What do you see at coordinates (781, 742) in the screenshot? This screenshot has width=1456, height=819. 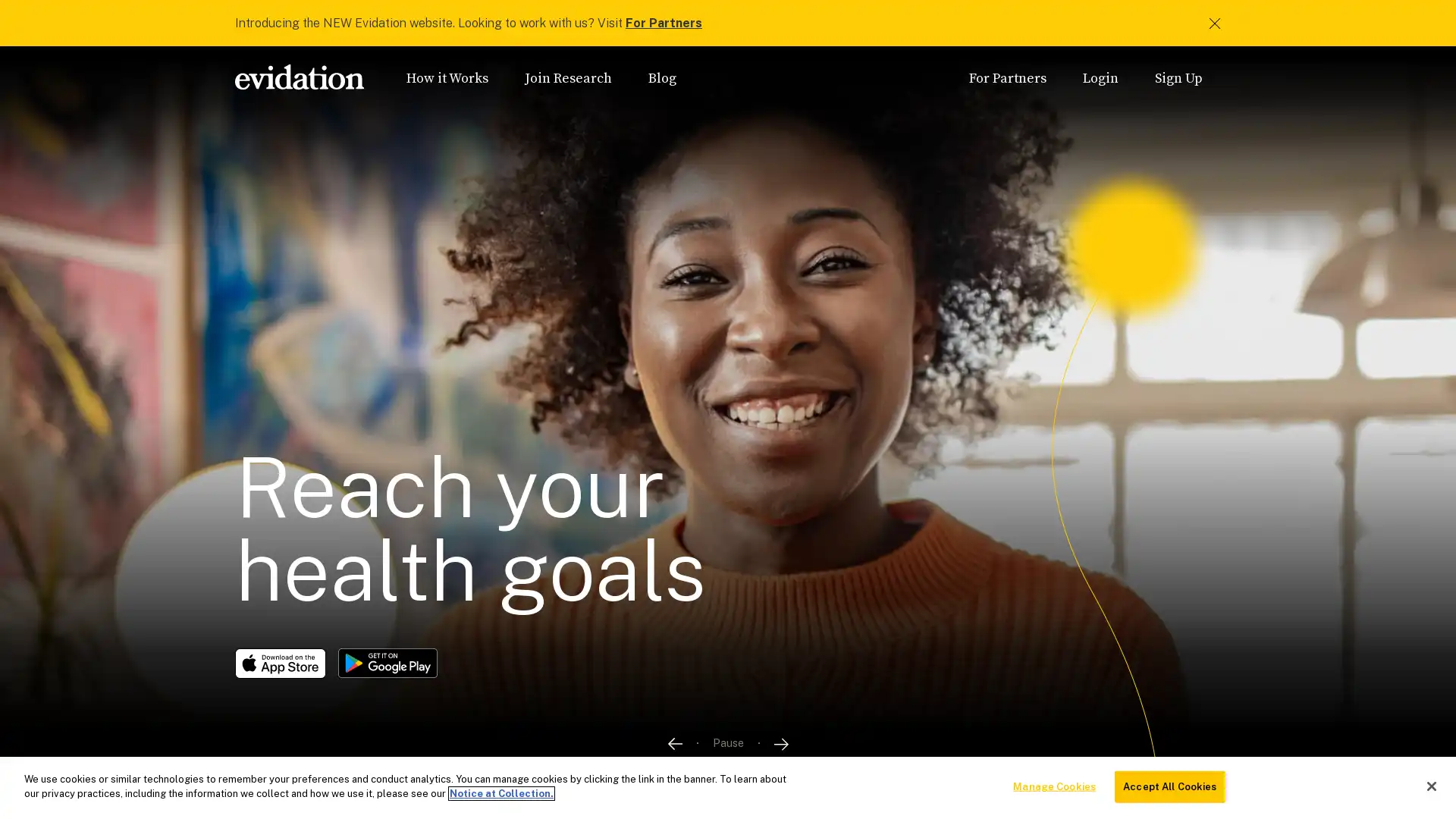 I see `Next slide` at bounding box center [781, 742].